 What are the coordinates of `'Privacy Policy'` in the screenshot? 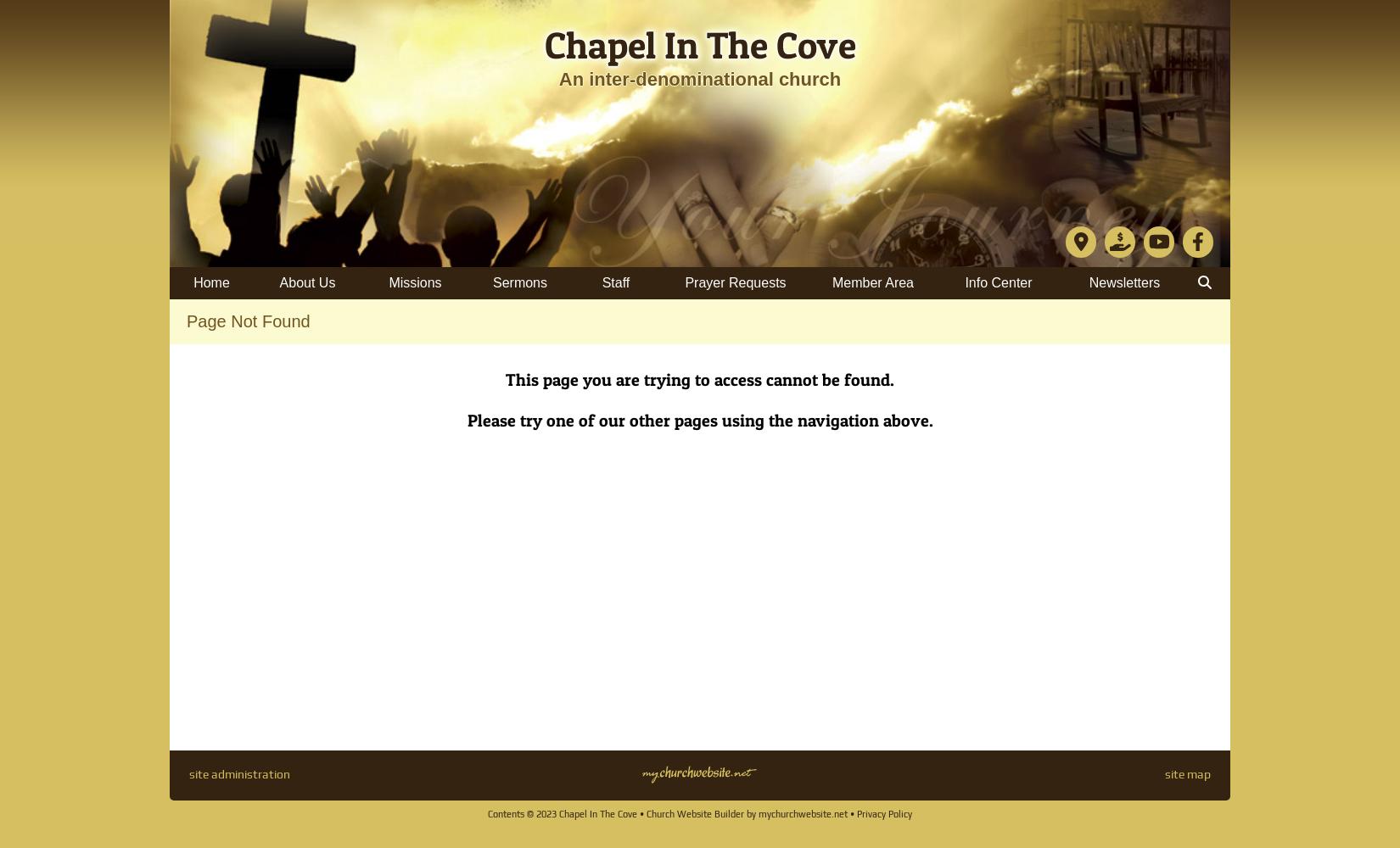 It's located at (884, 813).